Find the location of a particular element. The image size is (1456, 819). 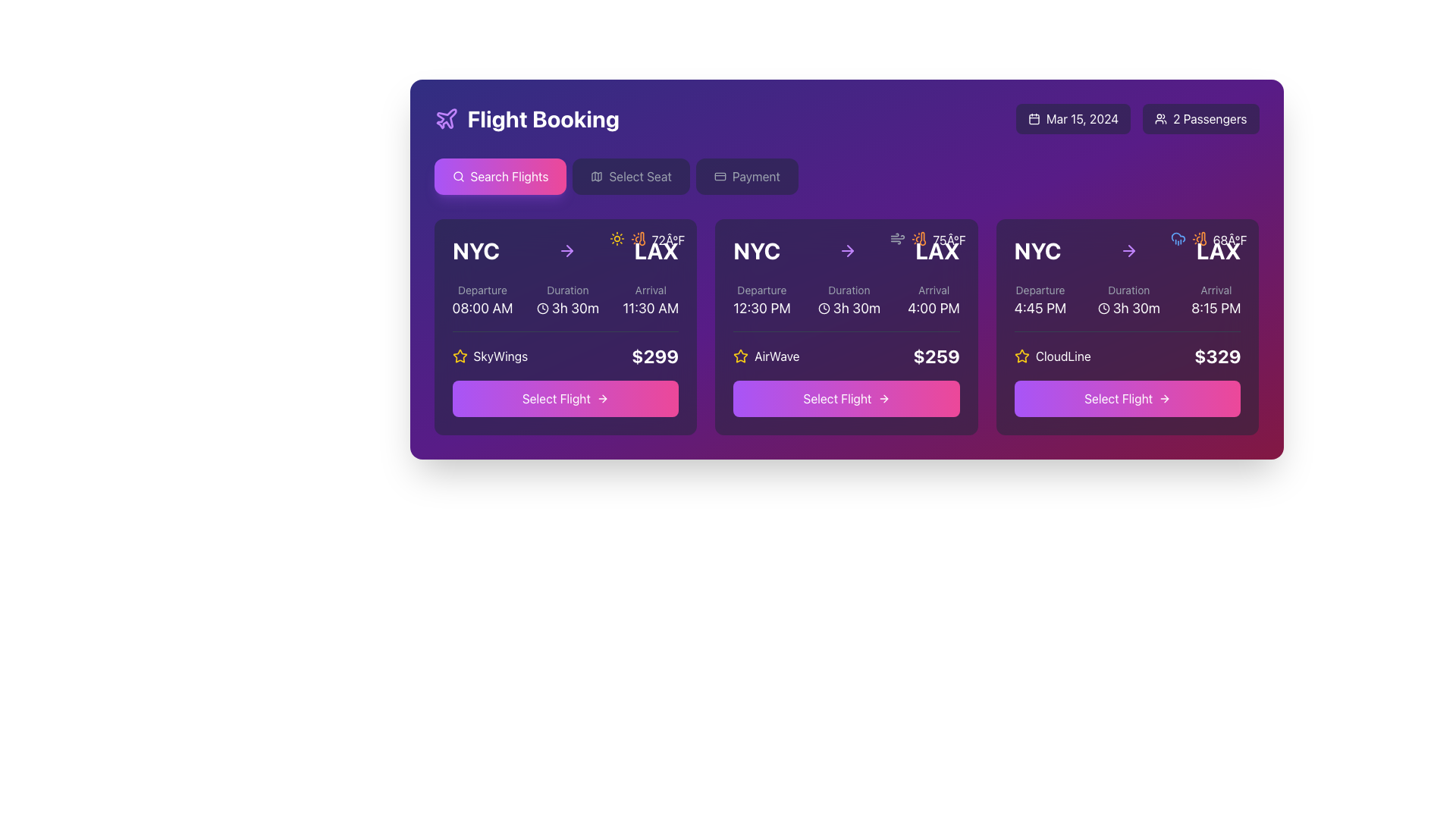

the date selection button located in the top-right corner of the interface is located at coordinates (1072, 118).